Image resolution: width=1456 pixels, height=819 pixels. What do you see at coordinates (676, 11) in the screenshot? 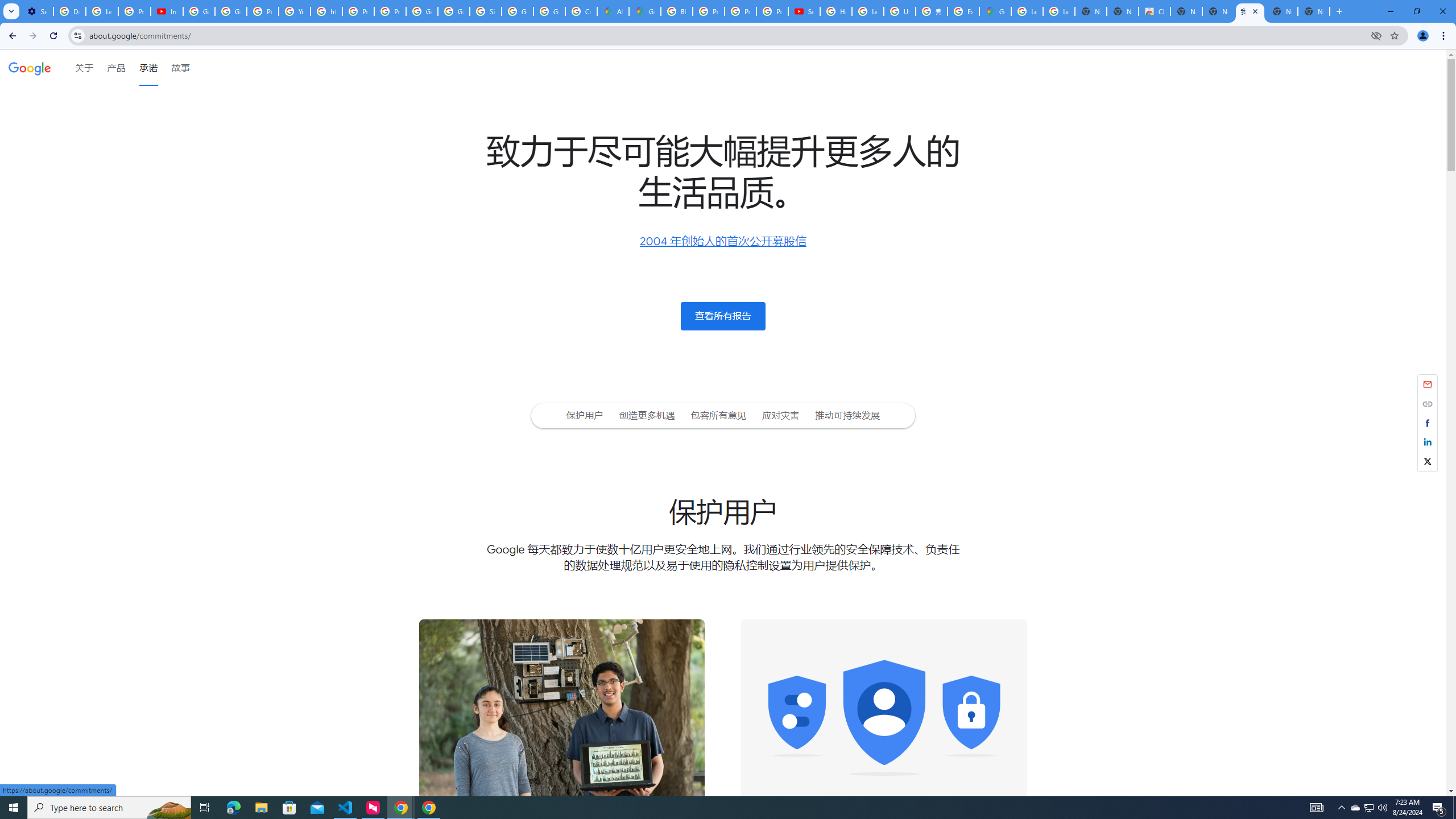
I see `'Blogger Policies and Guidelines - Transparency Center'` at bounding box center [676, 11].